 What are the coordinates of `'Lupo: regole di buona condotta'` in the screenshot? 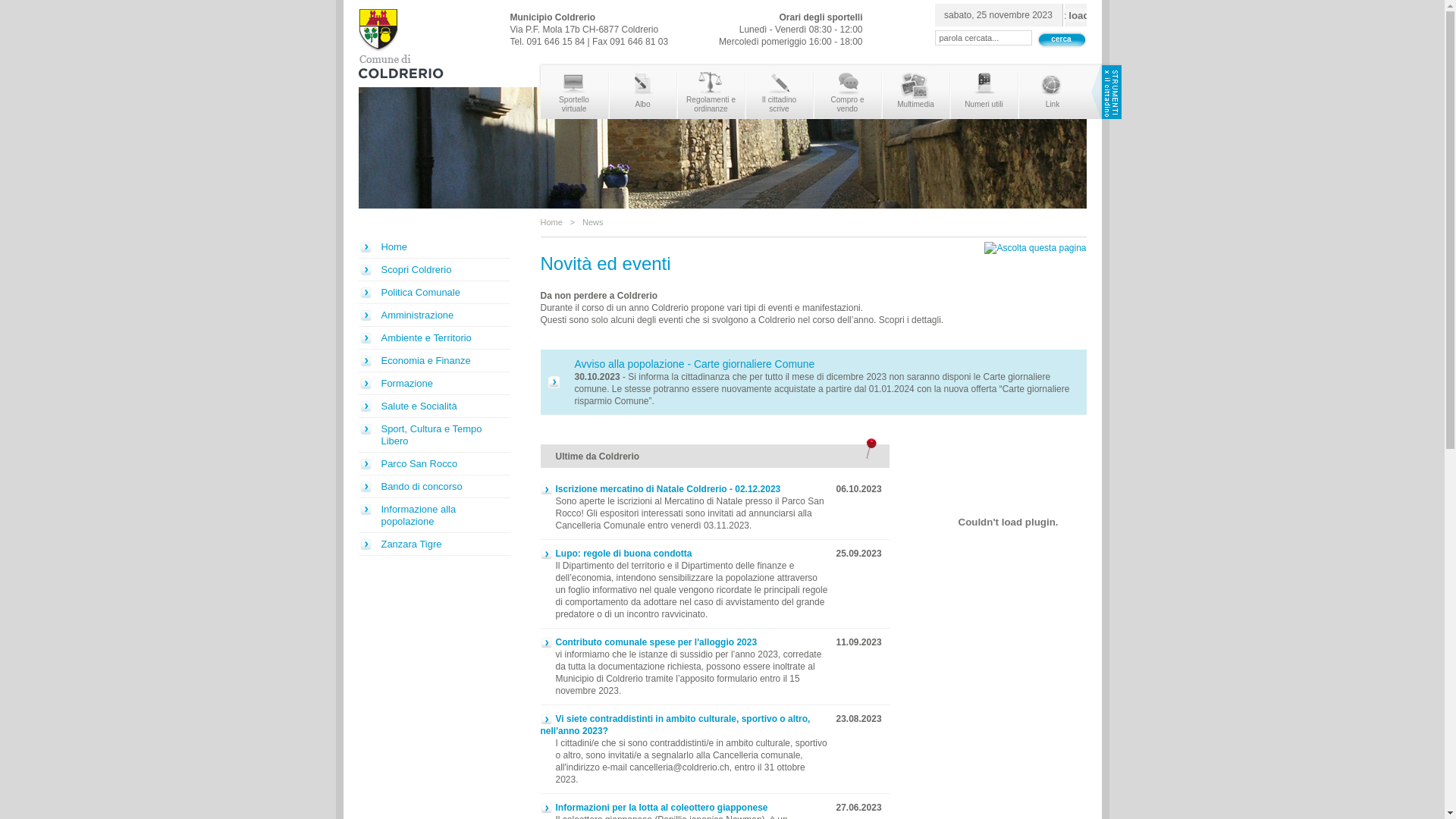 It's located at (539, 553).